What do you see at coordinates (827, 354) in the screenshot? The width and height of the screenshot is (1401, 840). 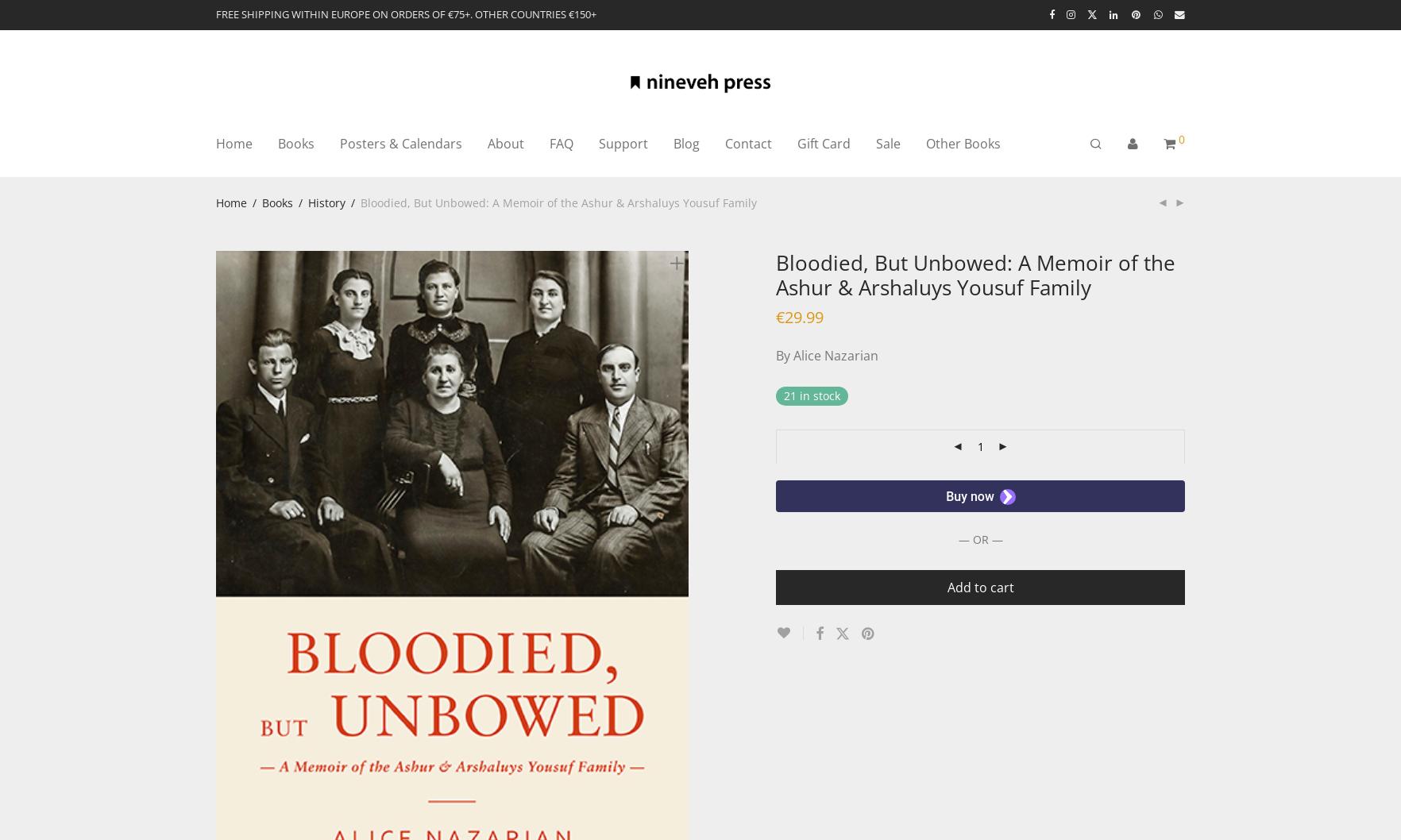 I see `'By Alice Nazarian'` at bounding box center [827, 354].